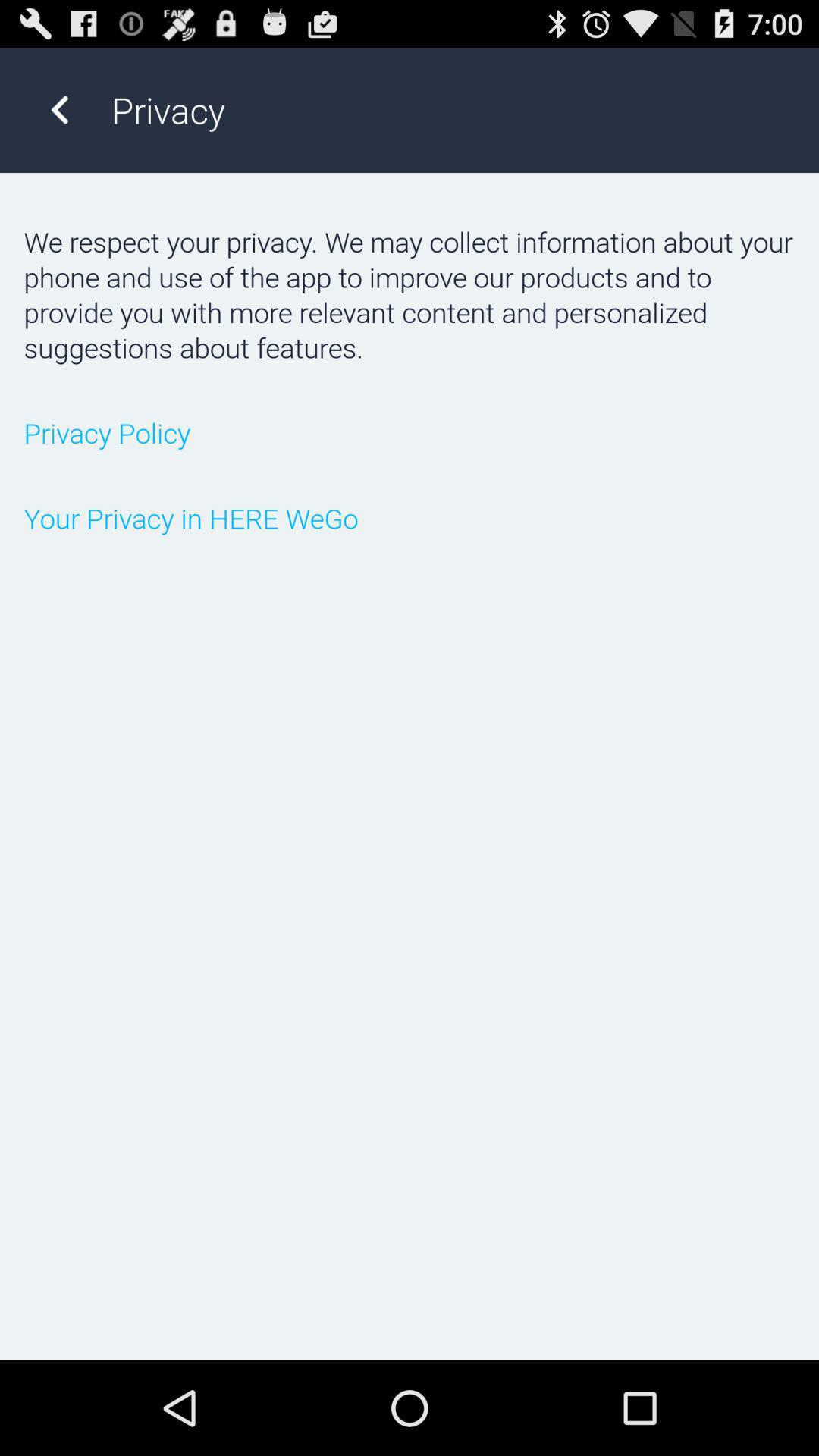  I want to click on item at the top left corner, so click(58, 109).